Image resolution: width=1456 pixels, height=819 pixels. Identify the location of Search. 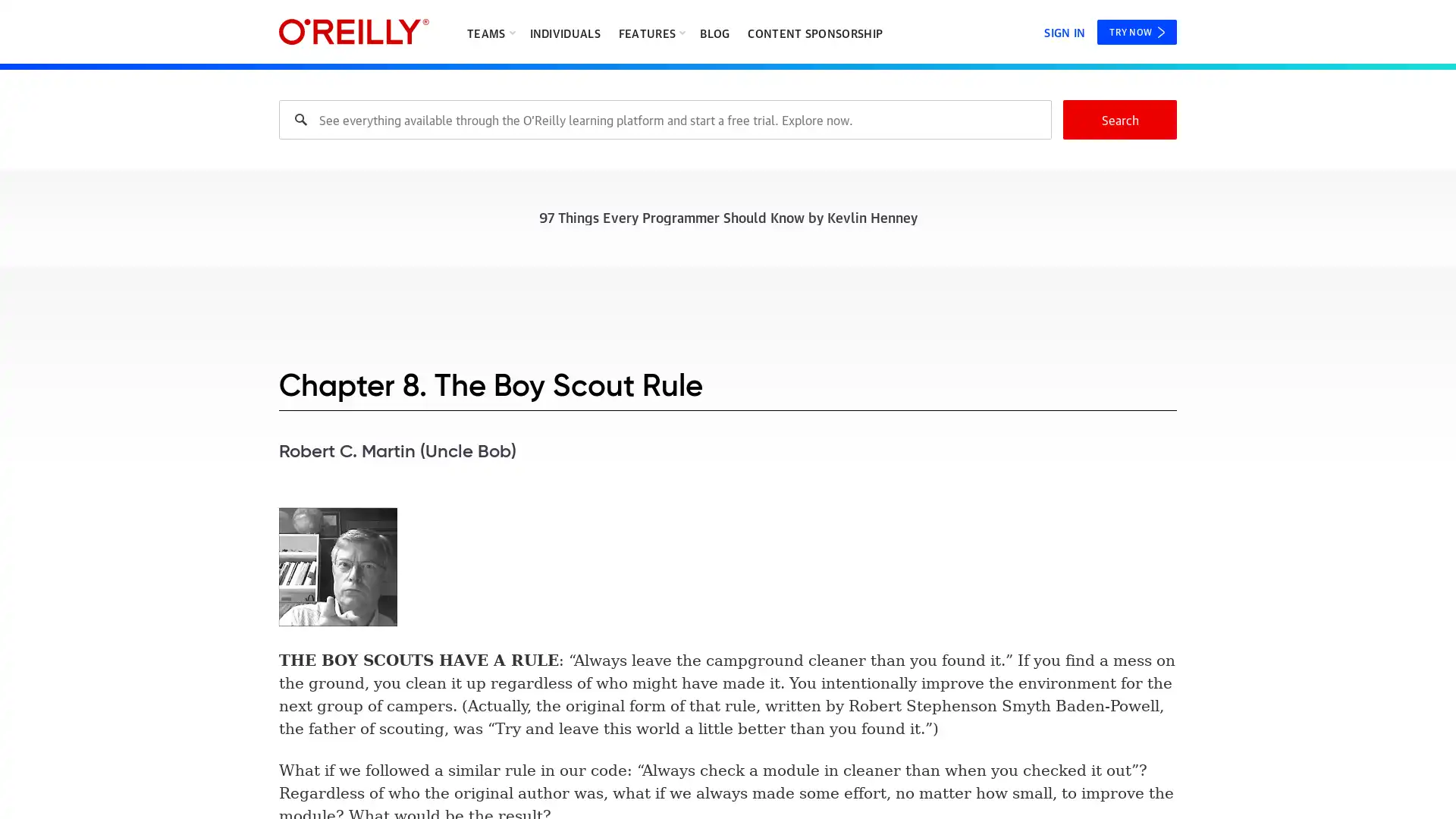
(1120, 119).